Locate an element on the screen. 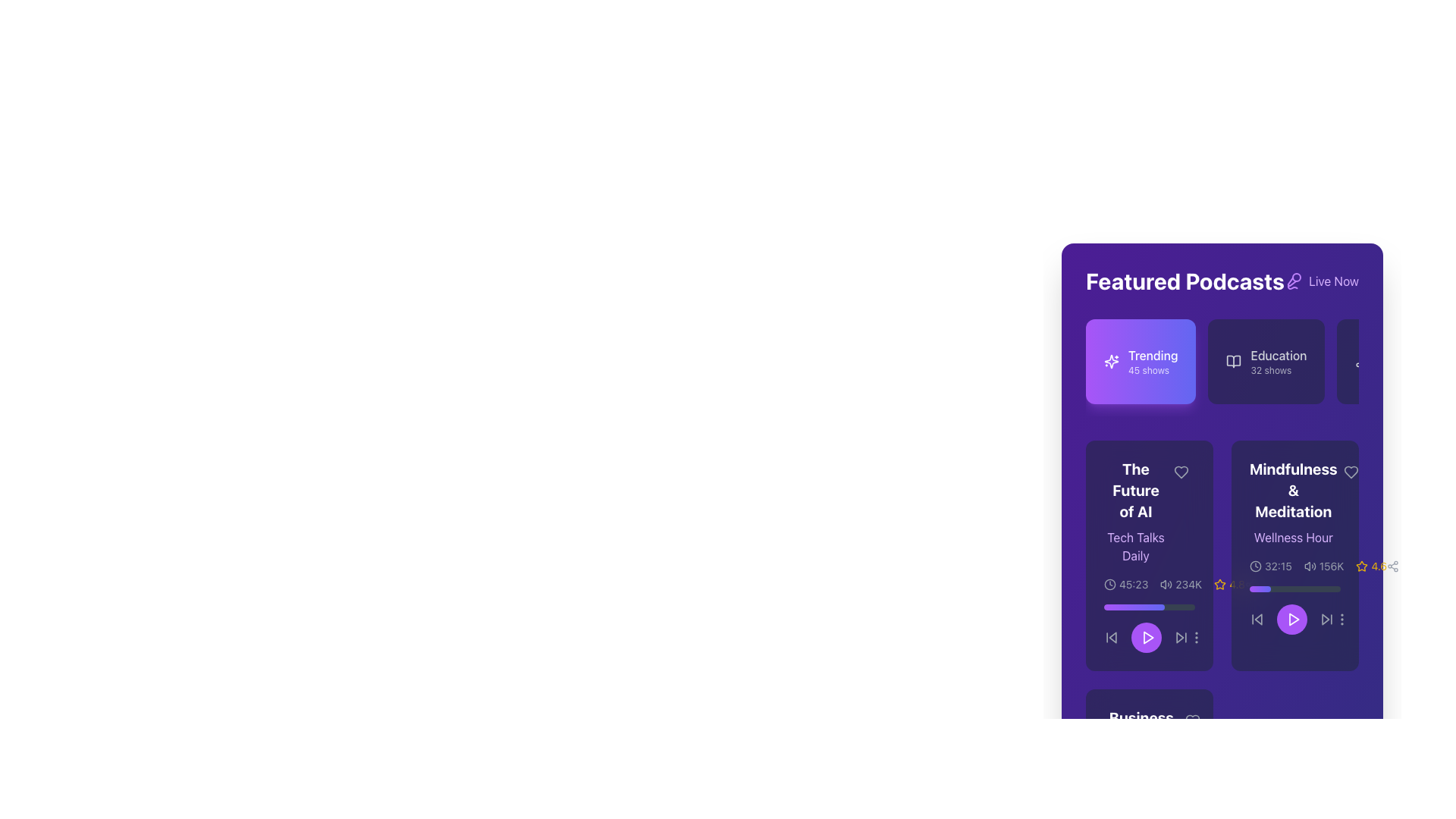  information displayed in the text element located below the 'Trending' text in the 'Trending' card of the 'Featured Podcasts' section is located at coordinates (1149, 371).